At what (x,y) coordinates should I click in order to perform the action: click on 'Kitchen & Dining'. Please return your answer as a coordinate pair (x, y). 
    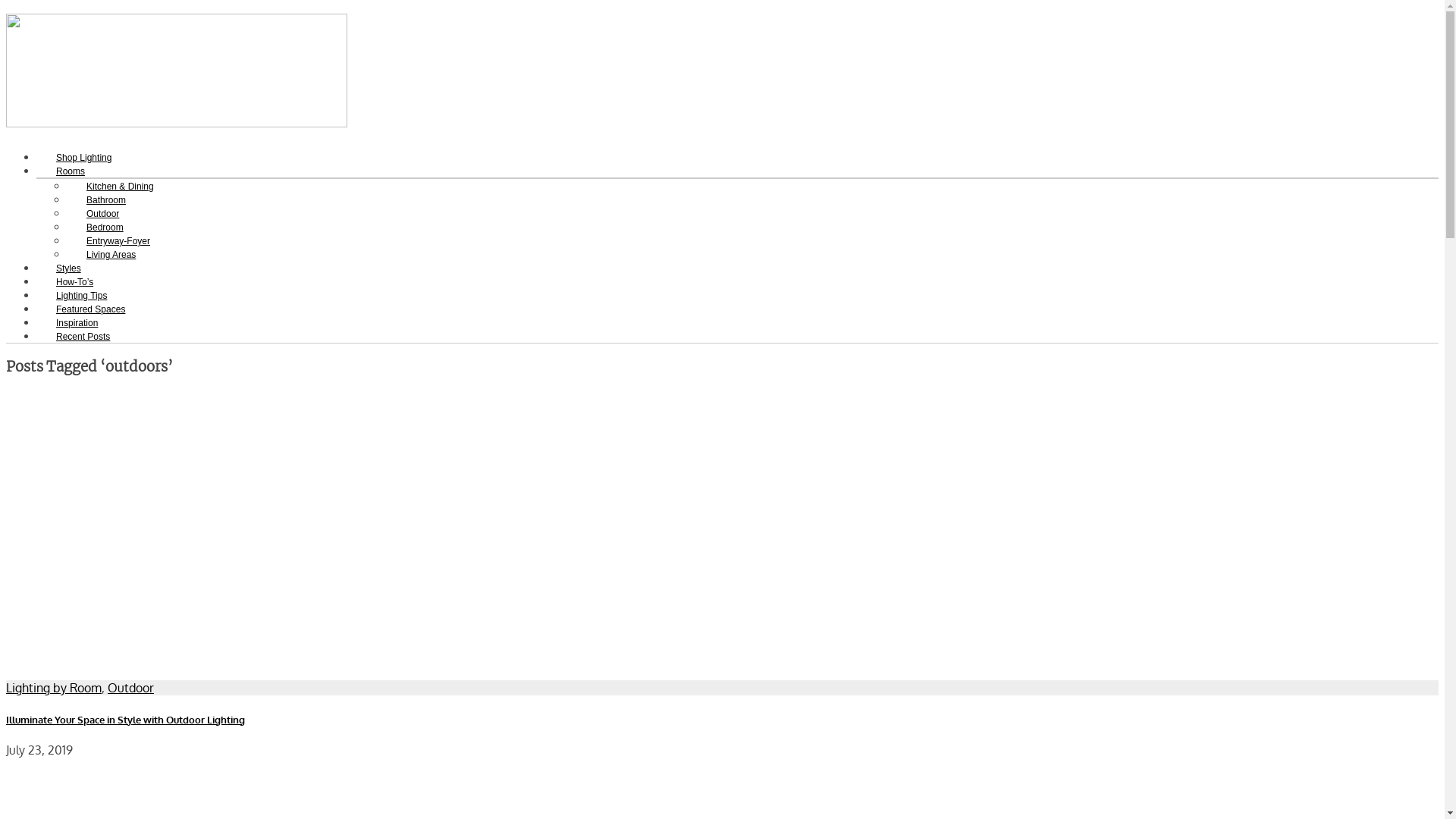
    Looking at the image, I should click on (119, 186).